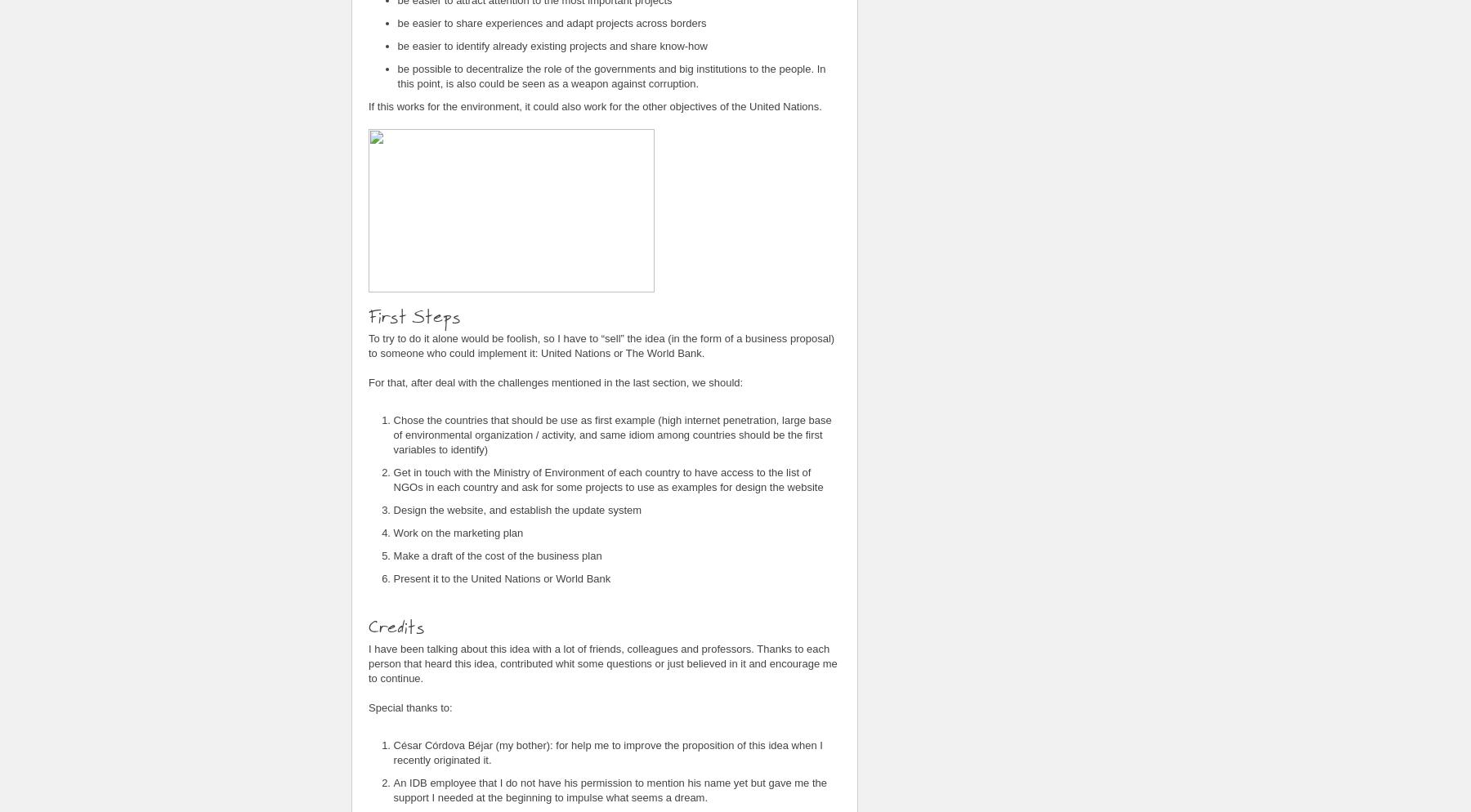  What do you see at coordinates (398, 624) in the screenshot?
I see `'Credits'` at bounding box center [398, 624].